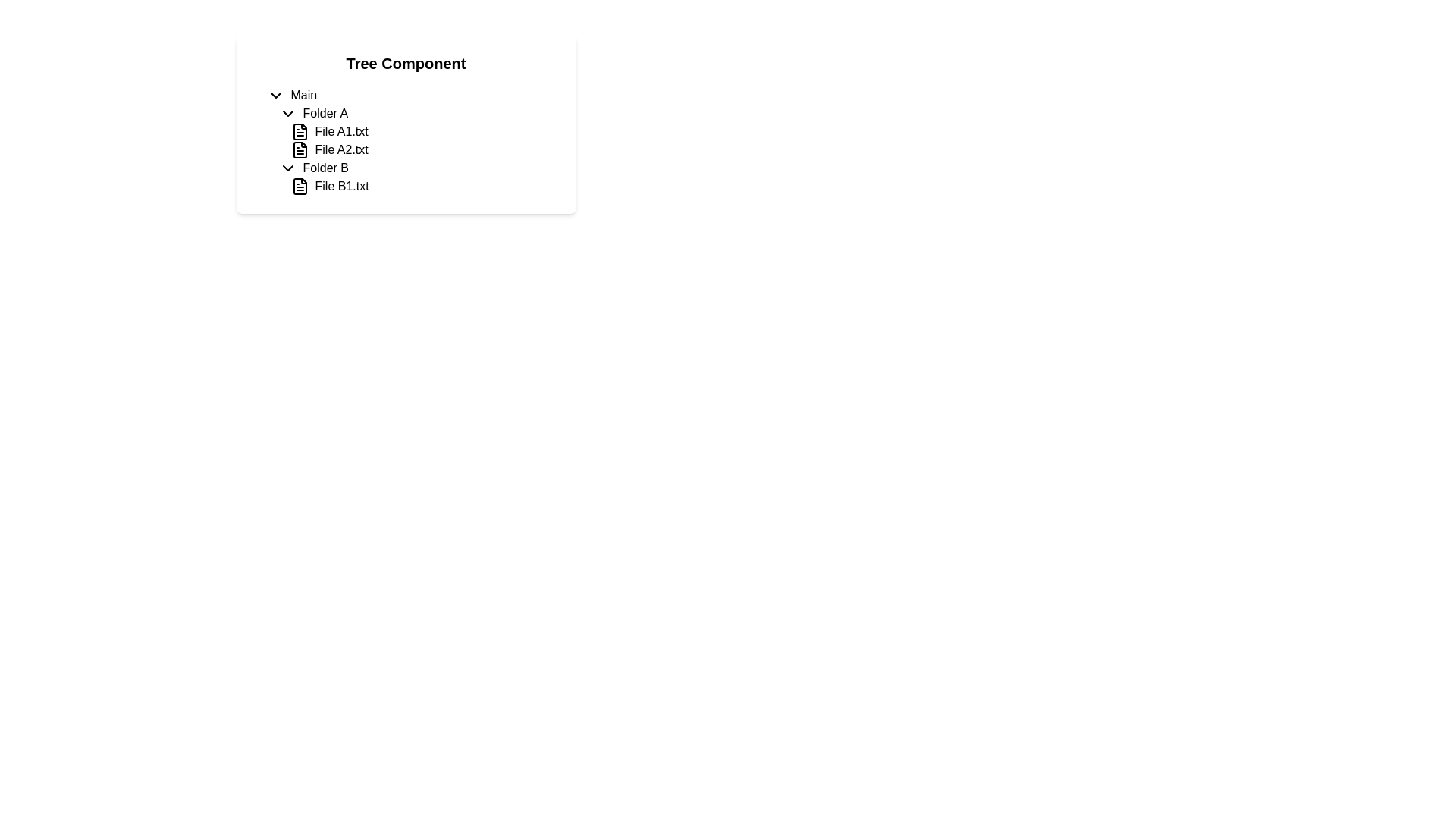 The image size is (1456, 819). I want to click on the icon representing 'File B1.txt' located under 'Folder B', so click(300, 186).